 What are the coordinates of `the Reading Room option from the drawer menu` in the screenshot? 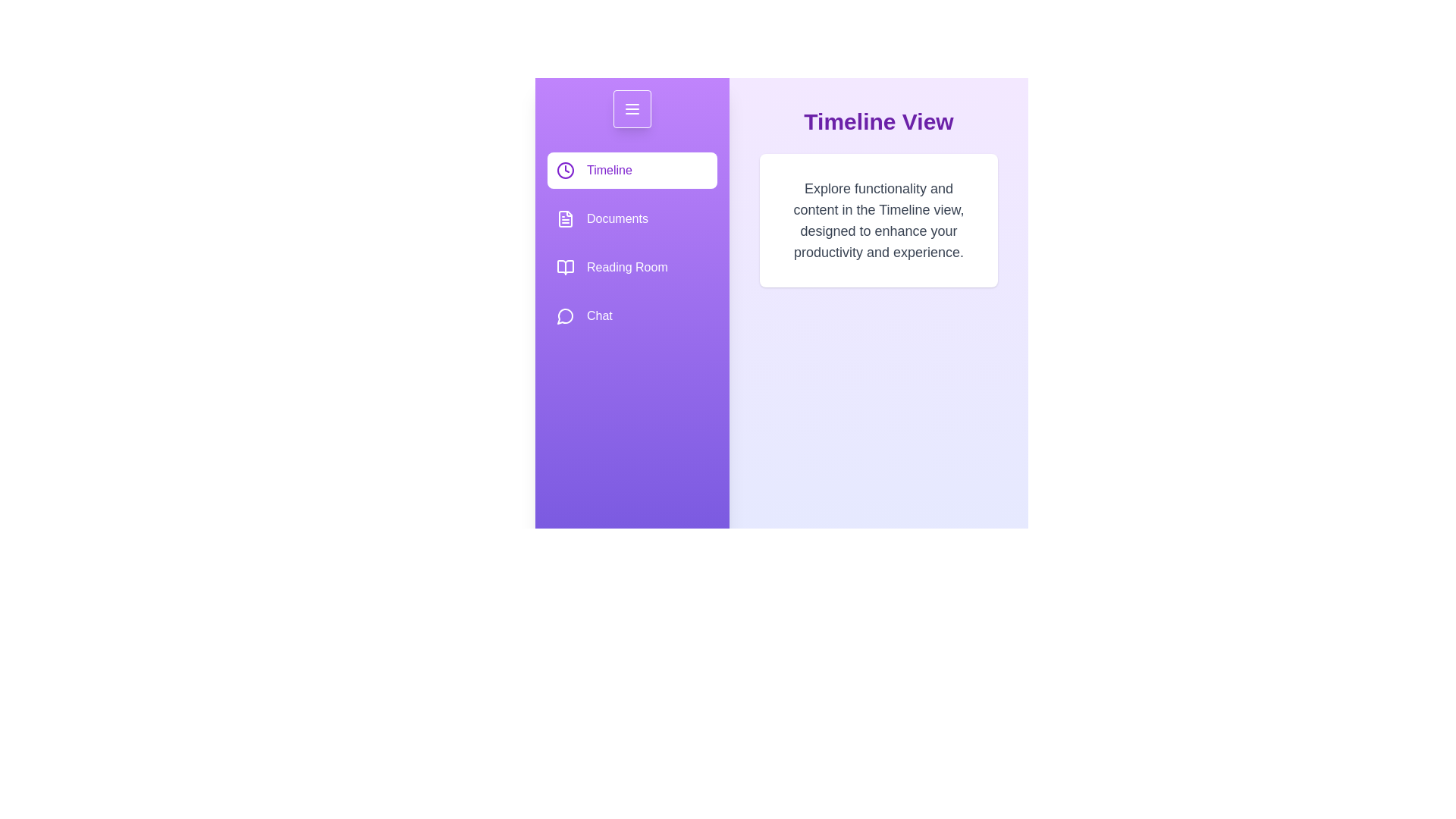 It's located at (632, 267).